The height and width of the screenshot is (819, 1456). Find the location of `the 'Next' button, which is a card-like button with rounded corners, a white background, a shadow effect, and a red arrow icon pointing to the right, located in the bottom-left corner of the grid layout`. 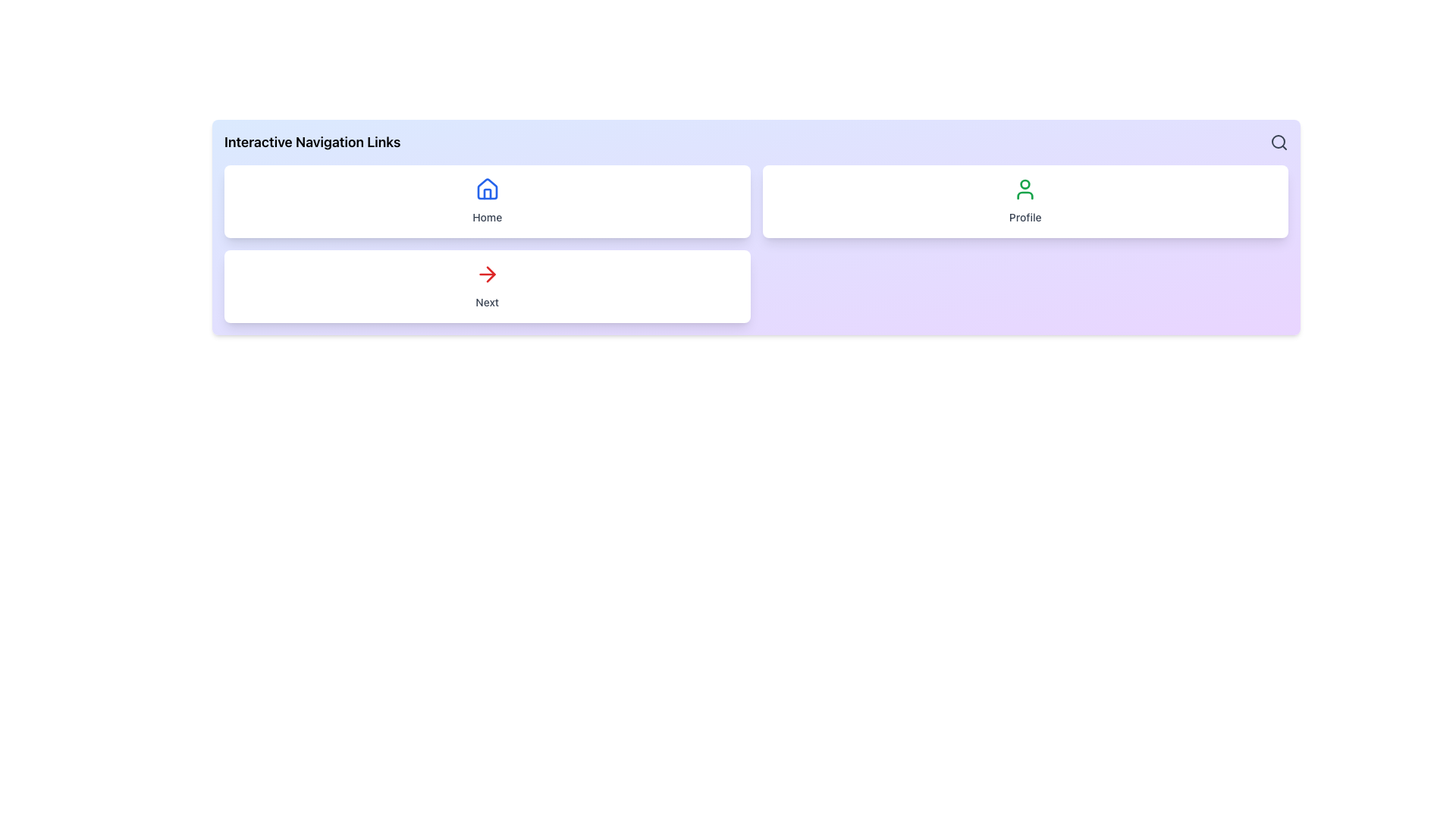

the 'Next' button, which is a card-like button with rounded corners, a white background, a shadow effect, and a red arrow icon pointing to the right, located in the bottom-left corner of the grid layout is located at coordinates (487, 287).